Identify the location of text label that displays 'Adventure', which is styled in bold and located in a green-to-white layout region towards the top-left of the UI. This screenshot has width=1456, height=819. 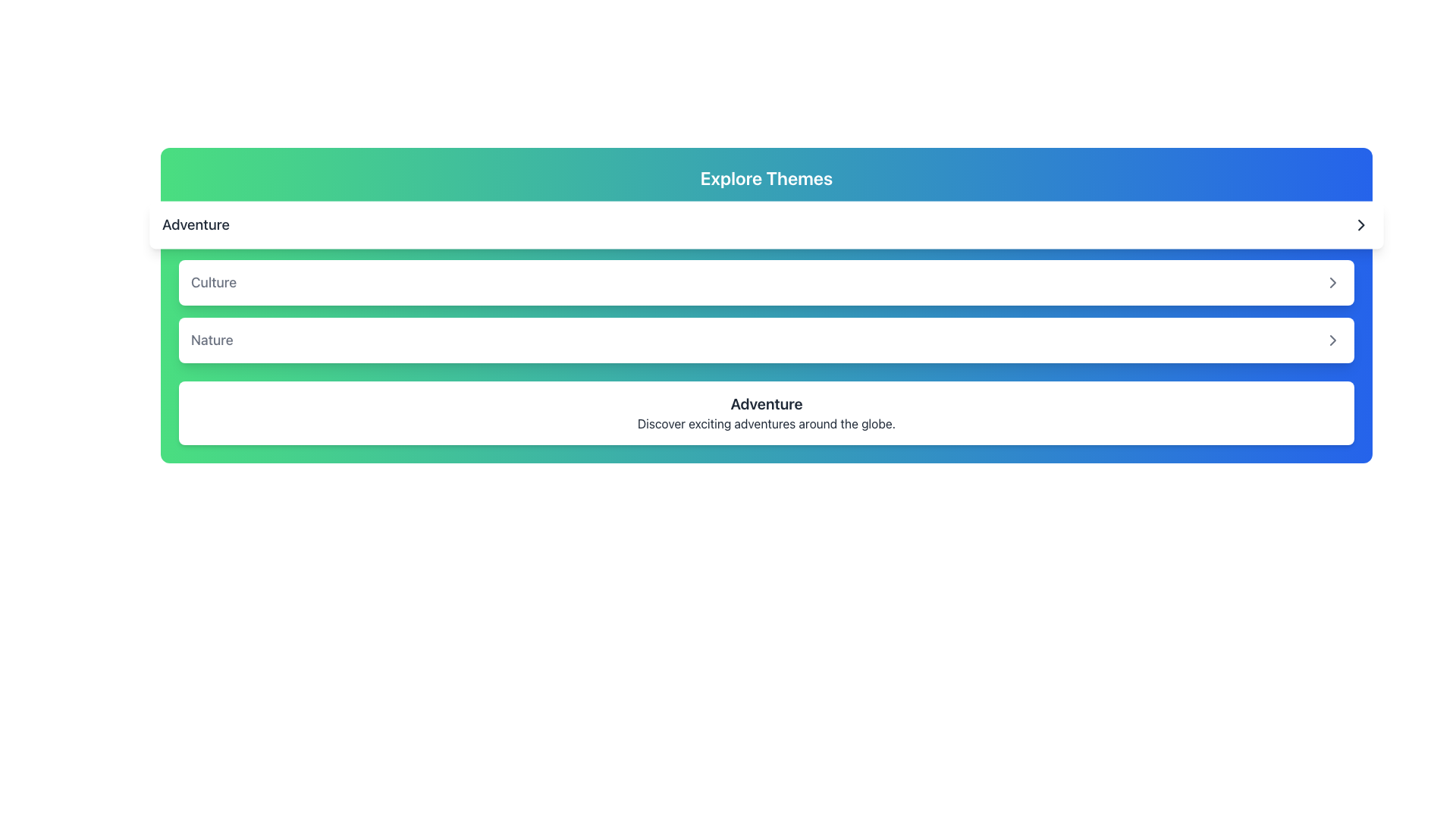
(195, 225).